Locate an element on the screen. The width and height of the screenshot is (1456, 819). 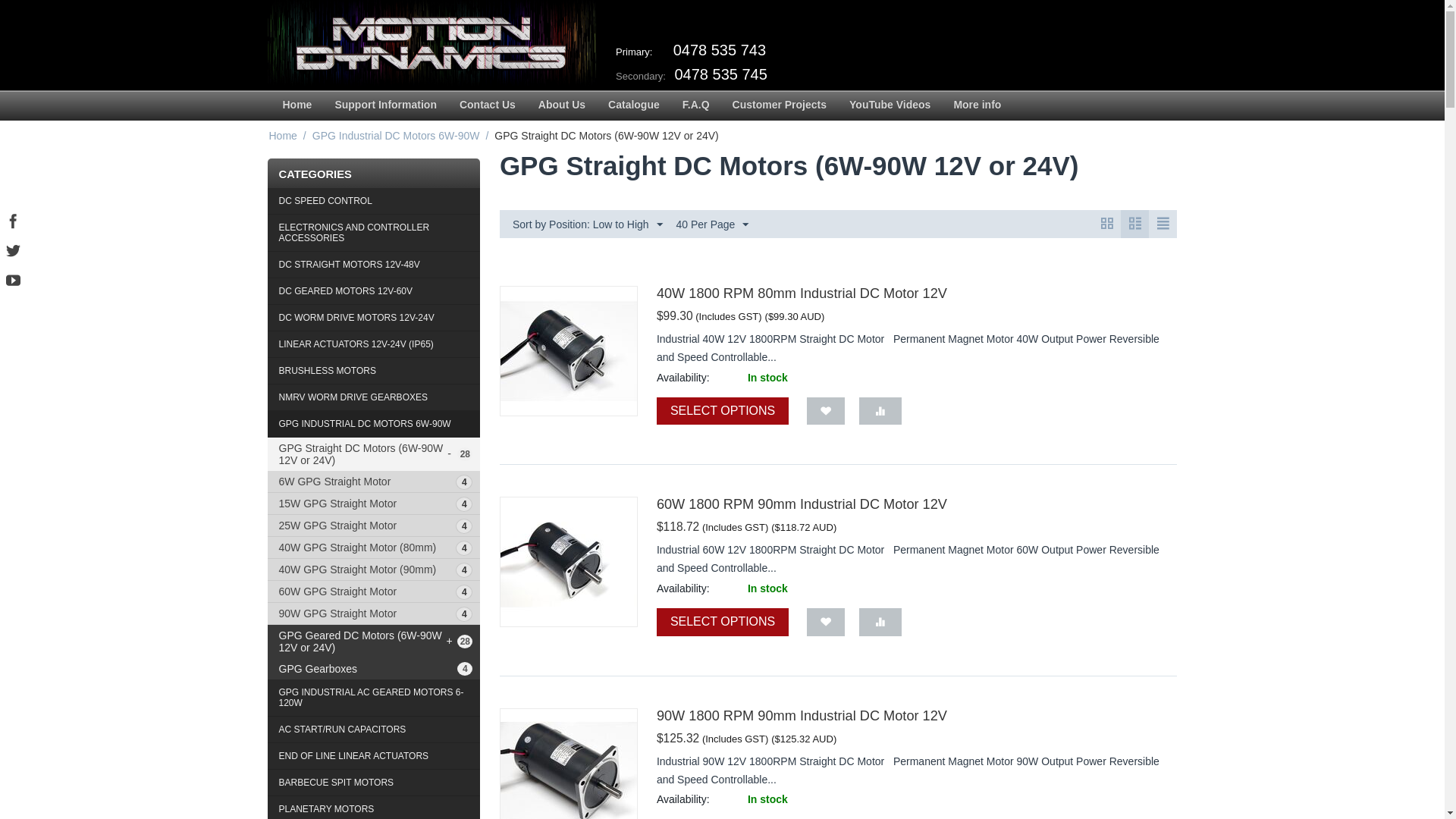
'Sort by Position: Low to High' is located at coordinates (586, 223).